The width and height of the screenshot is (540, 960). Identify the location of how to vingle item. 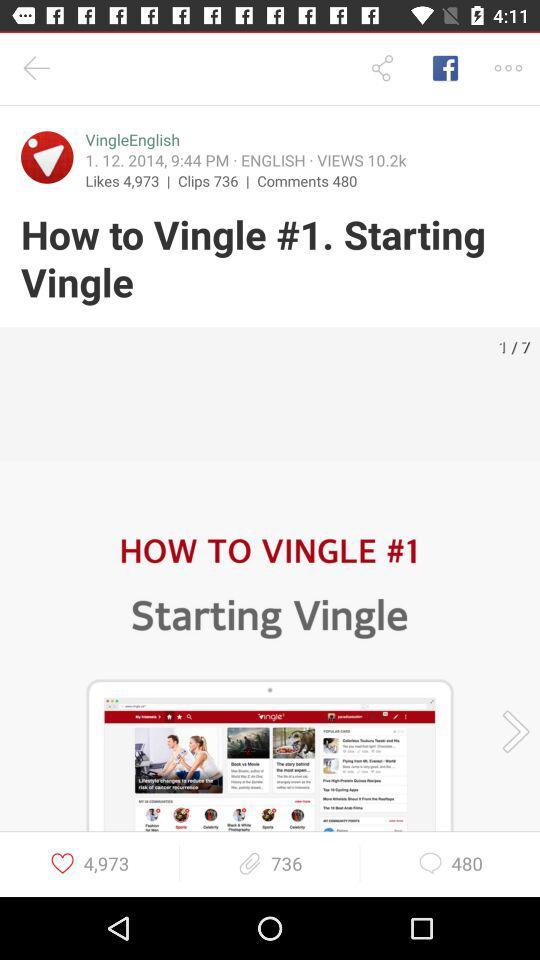
(270, 259).